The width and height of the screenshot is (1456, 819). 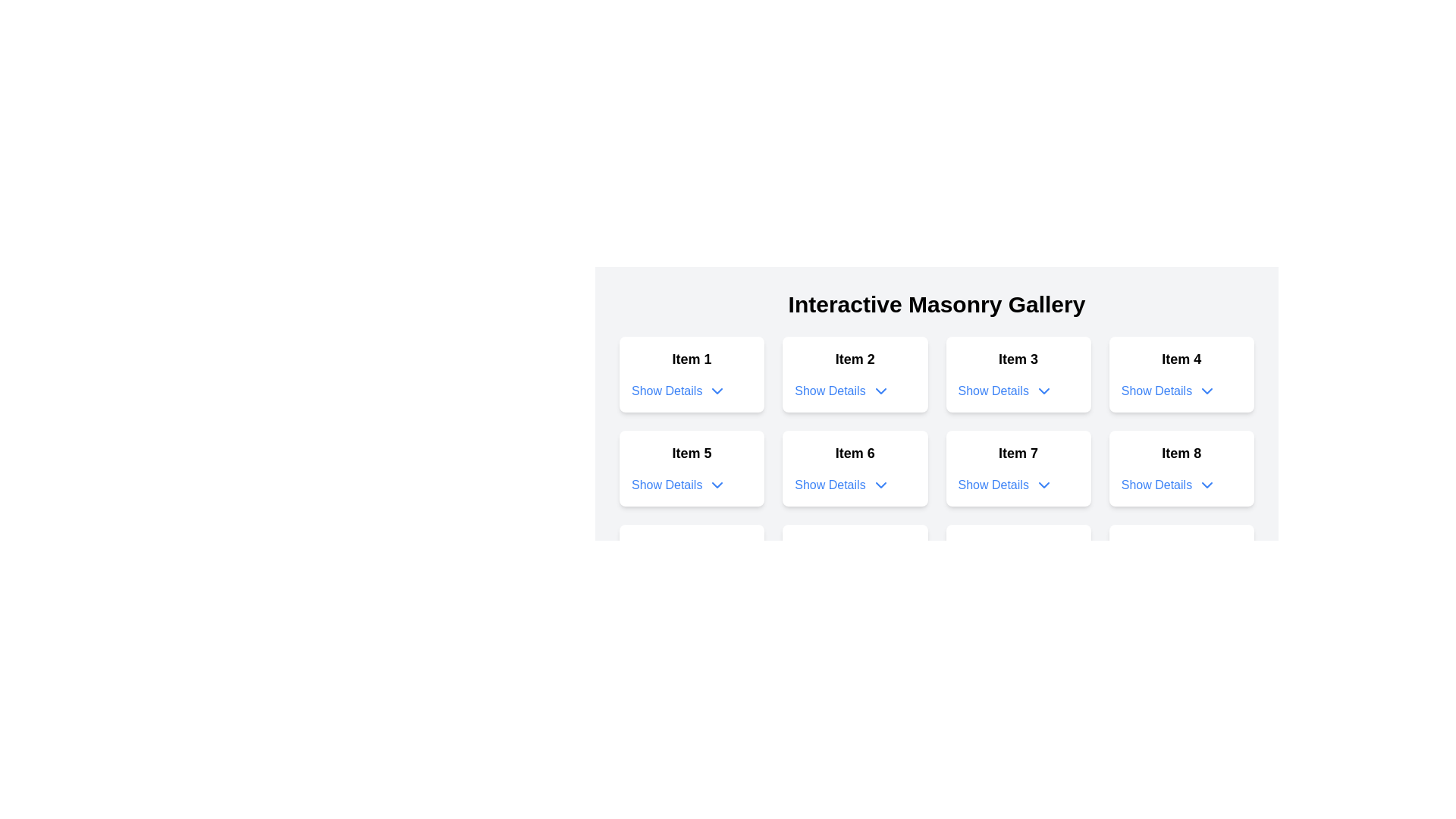 What do you see at coordinates (1018, 452) in the screenshot?
I see `the Text label located in the seventh card of the interactive masonry grid layout, positioned above the 'Show Details' link` at bounding box center [1018, 452].